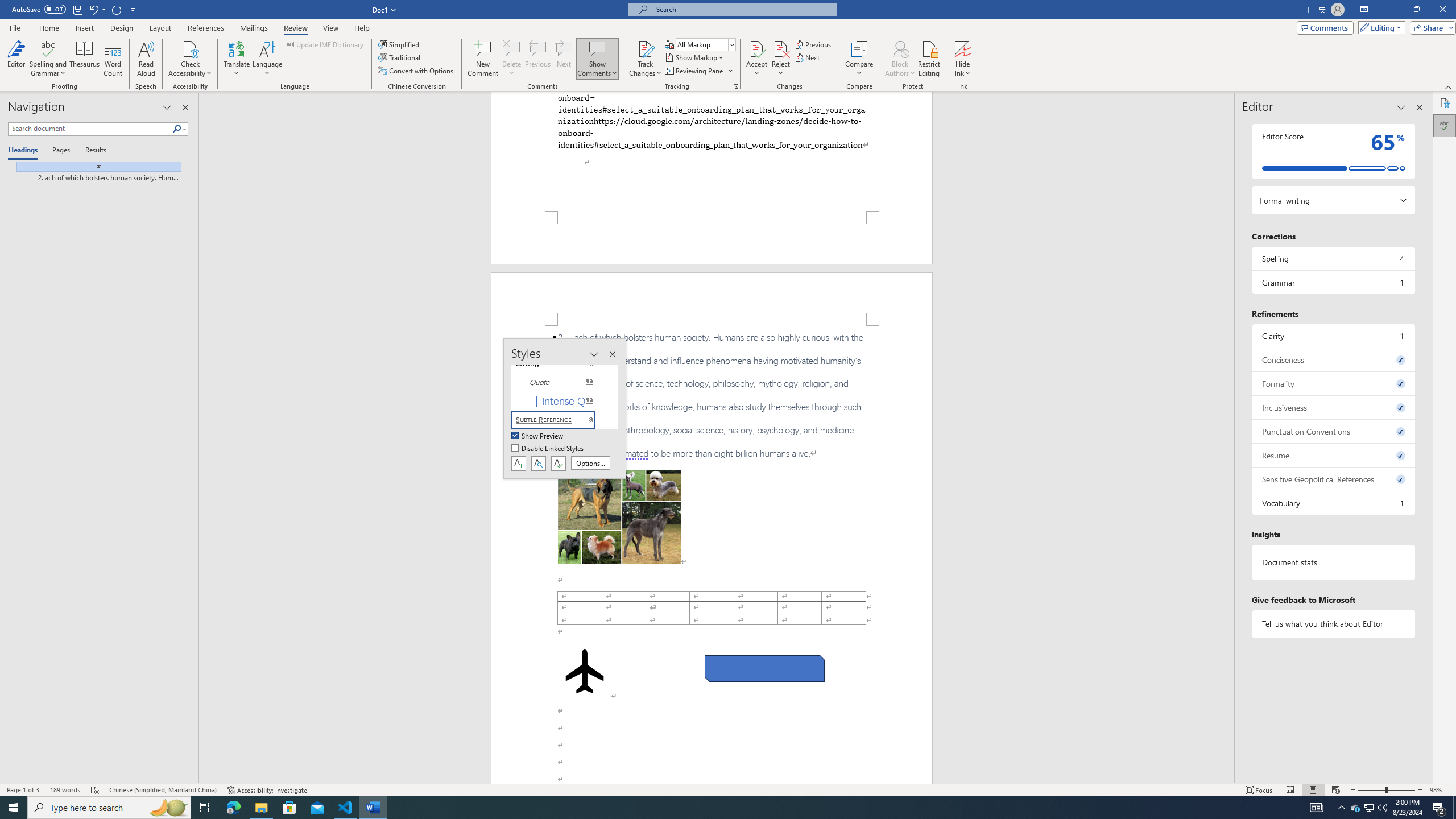  Describe the element at coordinates (712, 237) in the screenshot. I see `'Footer -Section 1-'` at that location.